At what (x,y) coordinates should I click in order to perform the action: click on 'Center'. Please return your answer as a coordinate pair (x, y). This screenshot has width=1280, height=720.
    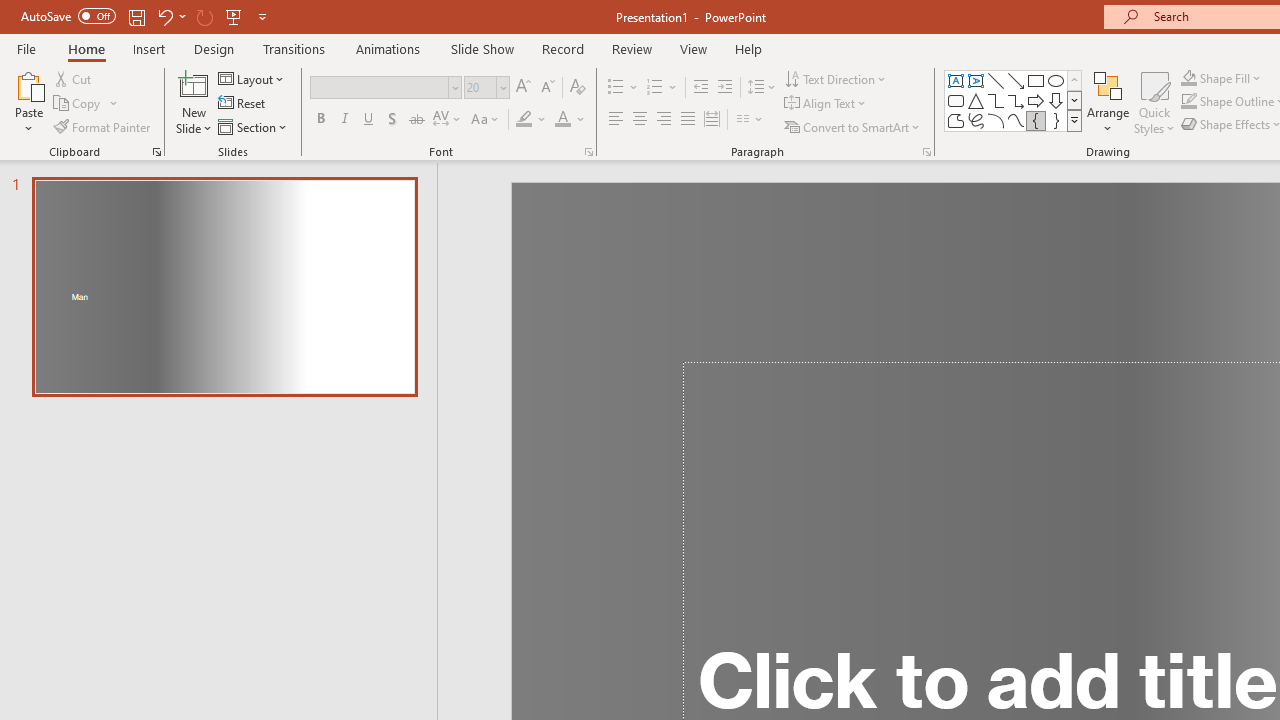
    Looking at the image, I should click on (640, 119).